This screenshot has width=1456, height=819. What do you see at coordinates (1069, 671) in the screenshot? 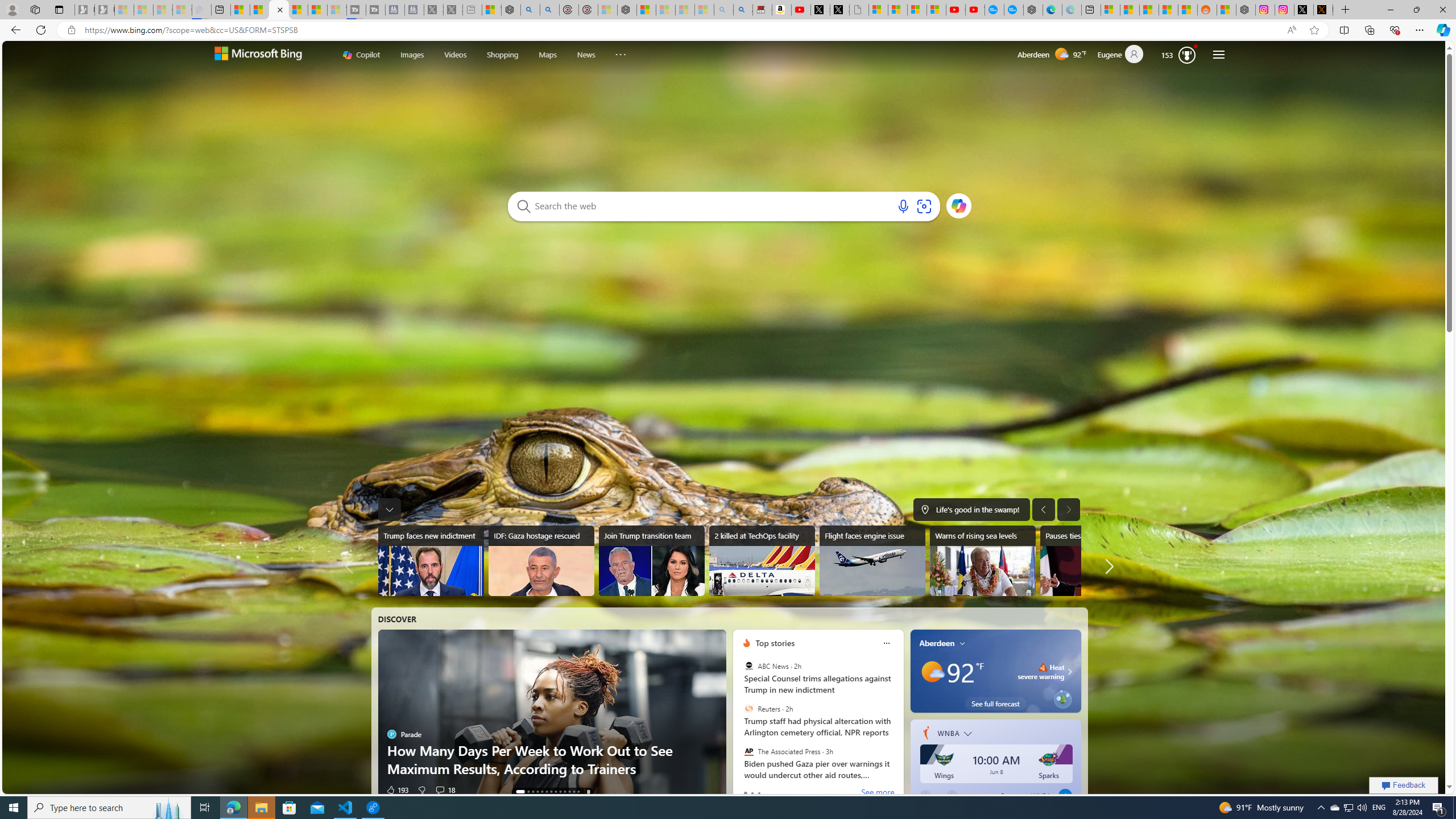
I see `'Class: weather-arrow-glyph'` at bounding box center [1069, 671].